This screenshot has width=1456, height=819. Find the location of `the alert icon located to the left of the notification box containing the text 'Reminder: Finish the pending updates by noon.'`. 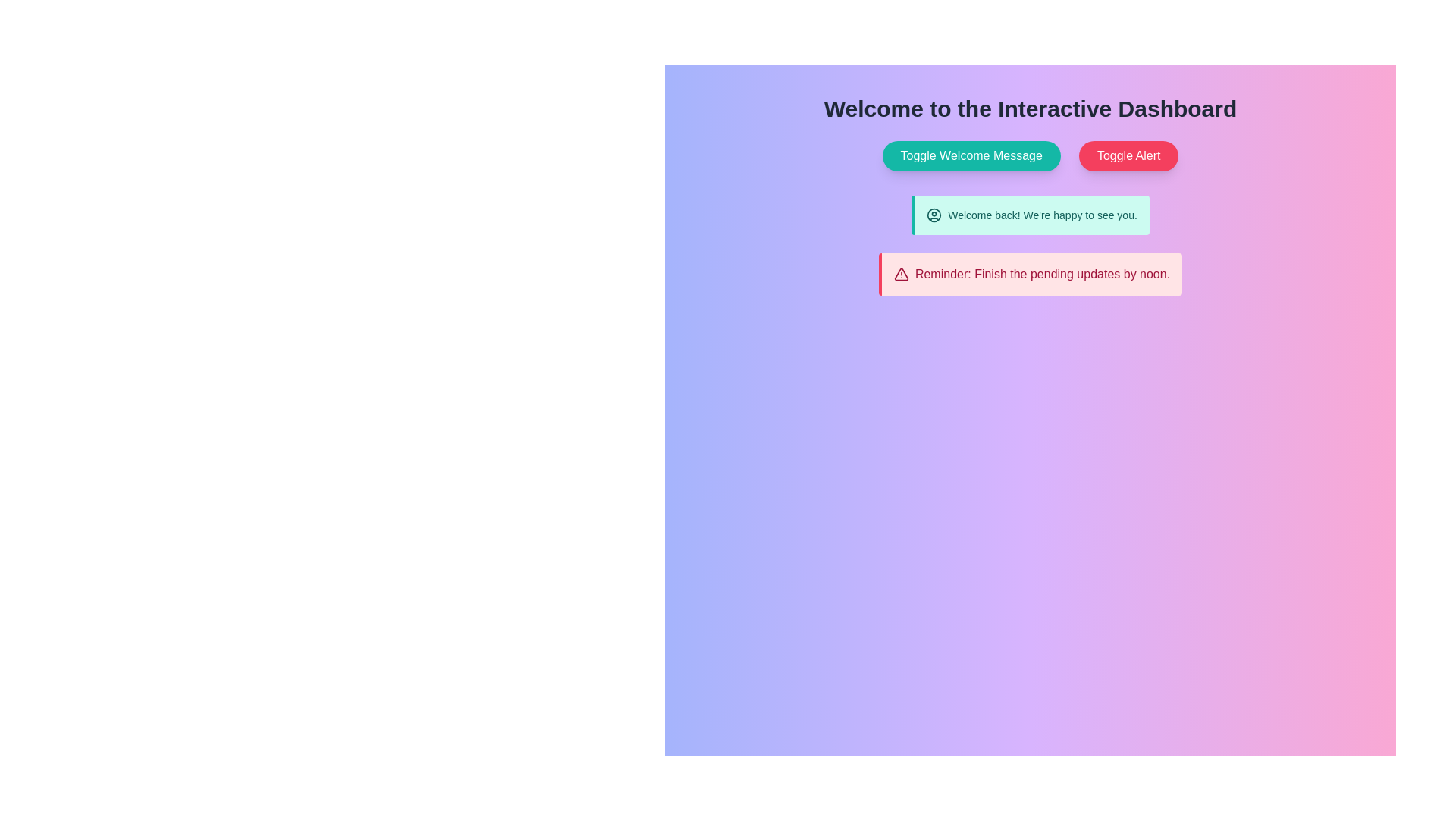

the alert icon located to the left of the notification box containing the text 'Reminder: Finish the pending updates by noon.' is located at coordinates (901, 275).